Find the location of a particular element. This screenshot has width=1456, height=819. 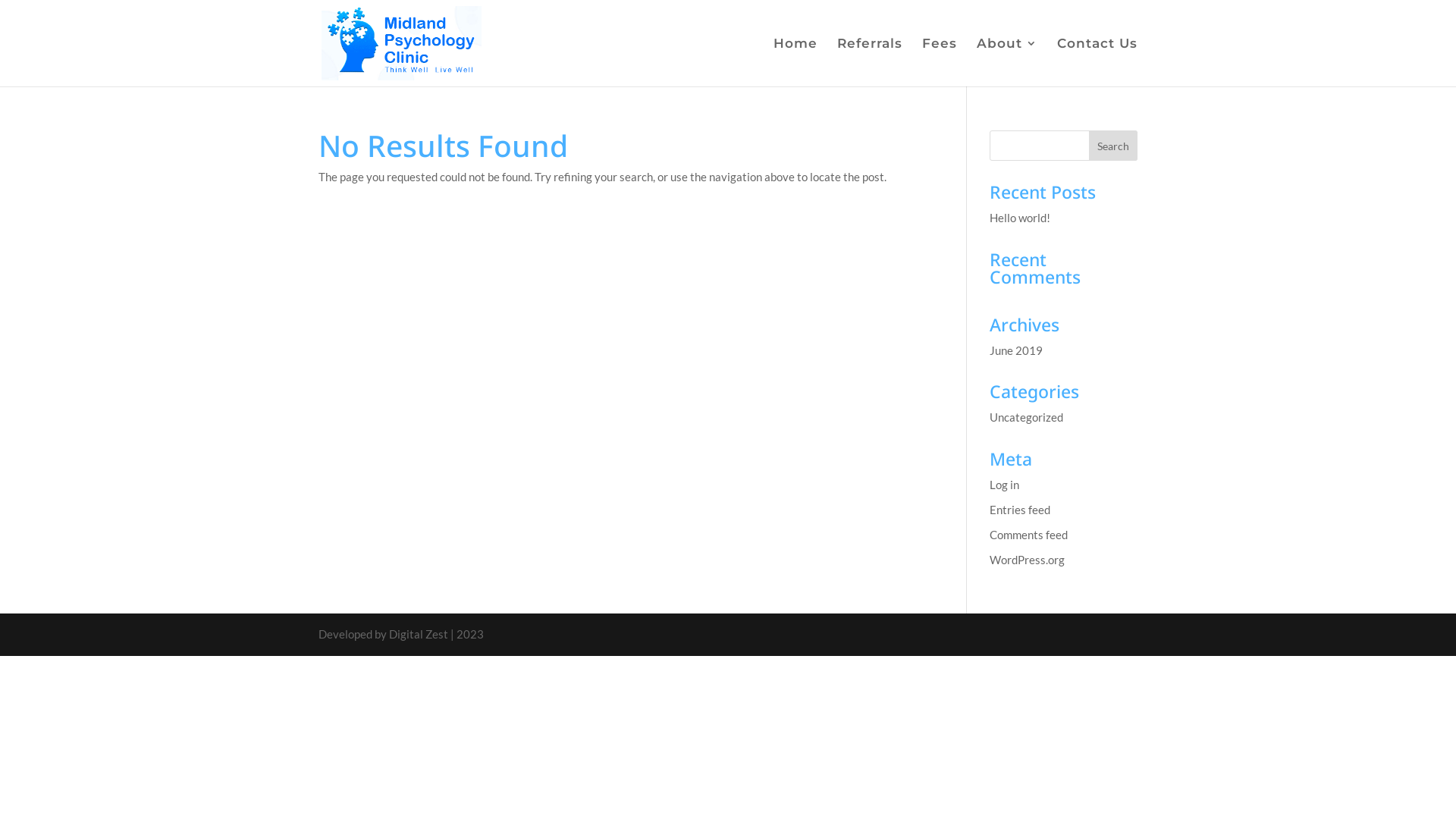

'Search' is located at coordinates (1113, 146).